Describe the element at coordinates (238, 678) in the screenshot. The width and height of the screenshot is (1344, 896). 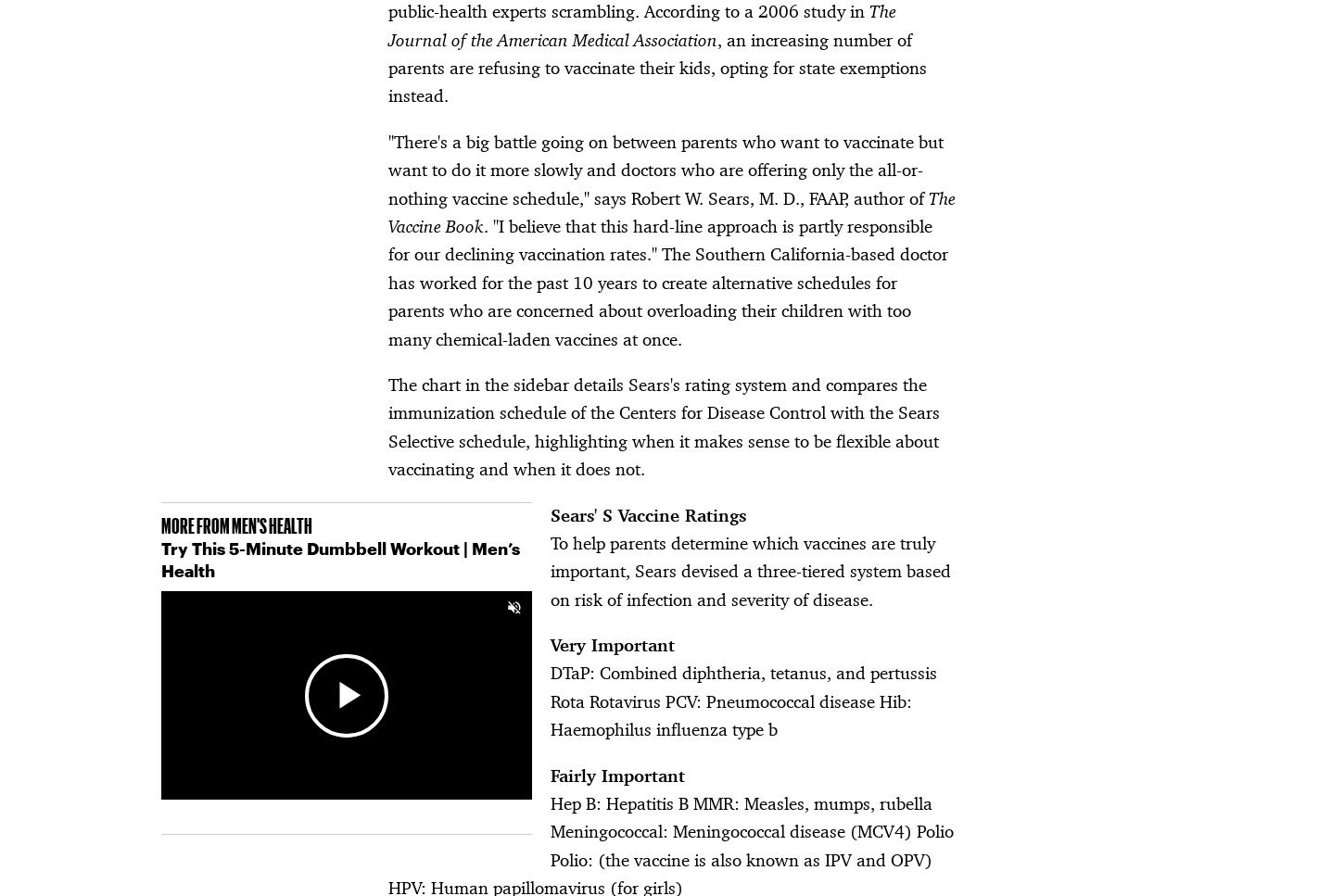
I see `'Other Hearst Subscriptions'` at that location.